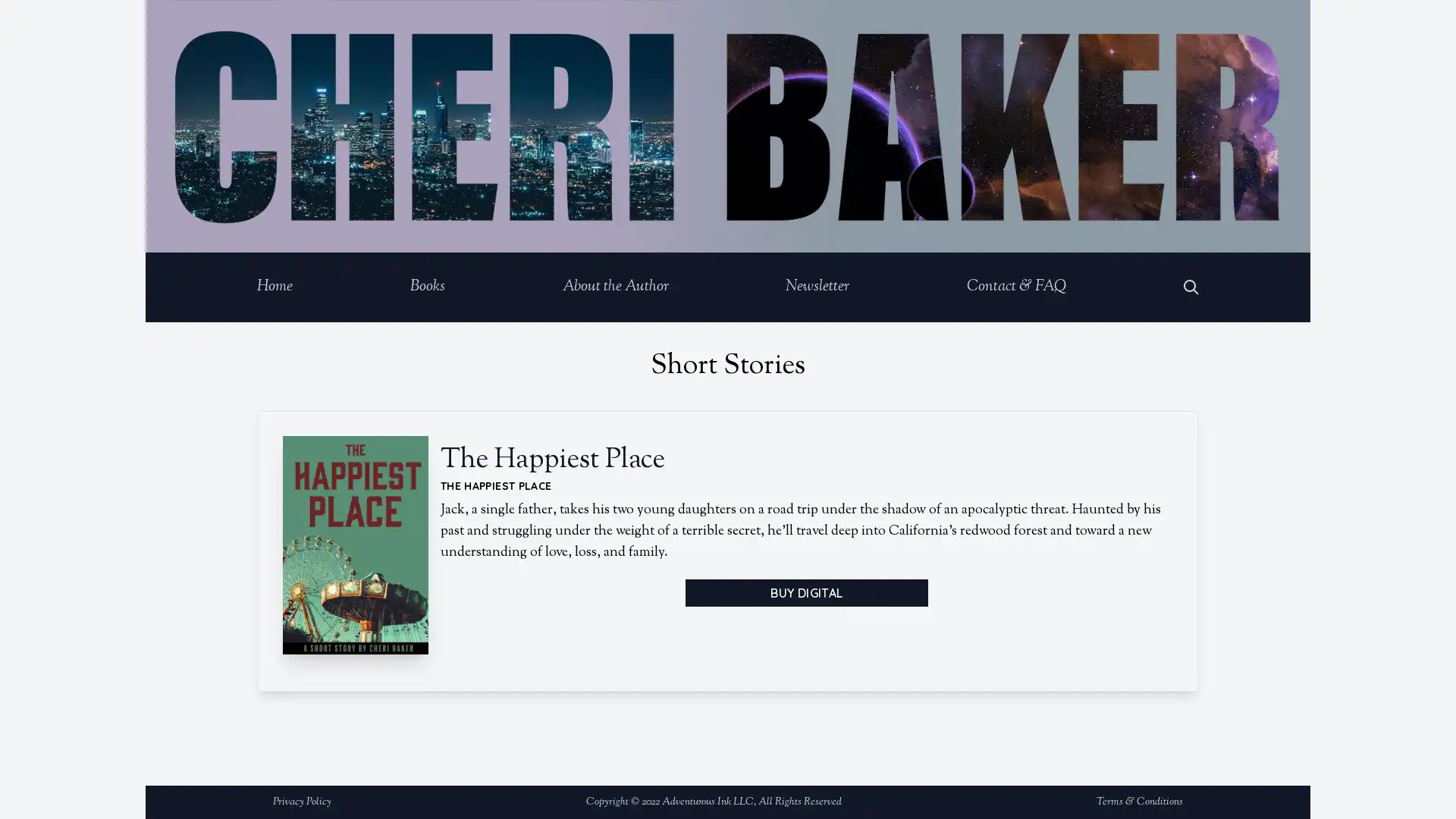 Image resolution: width=1456 pixels, height=819 pixels. I want to click on Open Search Dialog, so click(1190, 287).